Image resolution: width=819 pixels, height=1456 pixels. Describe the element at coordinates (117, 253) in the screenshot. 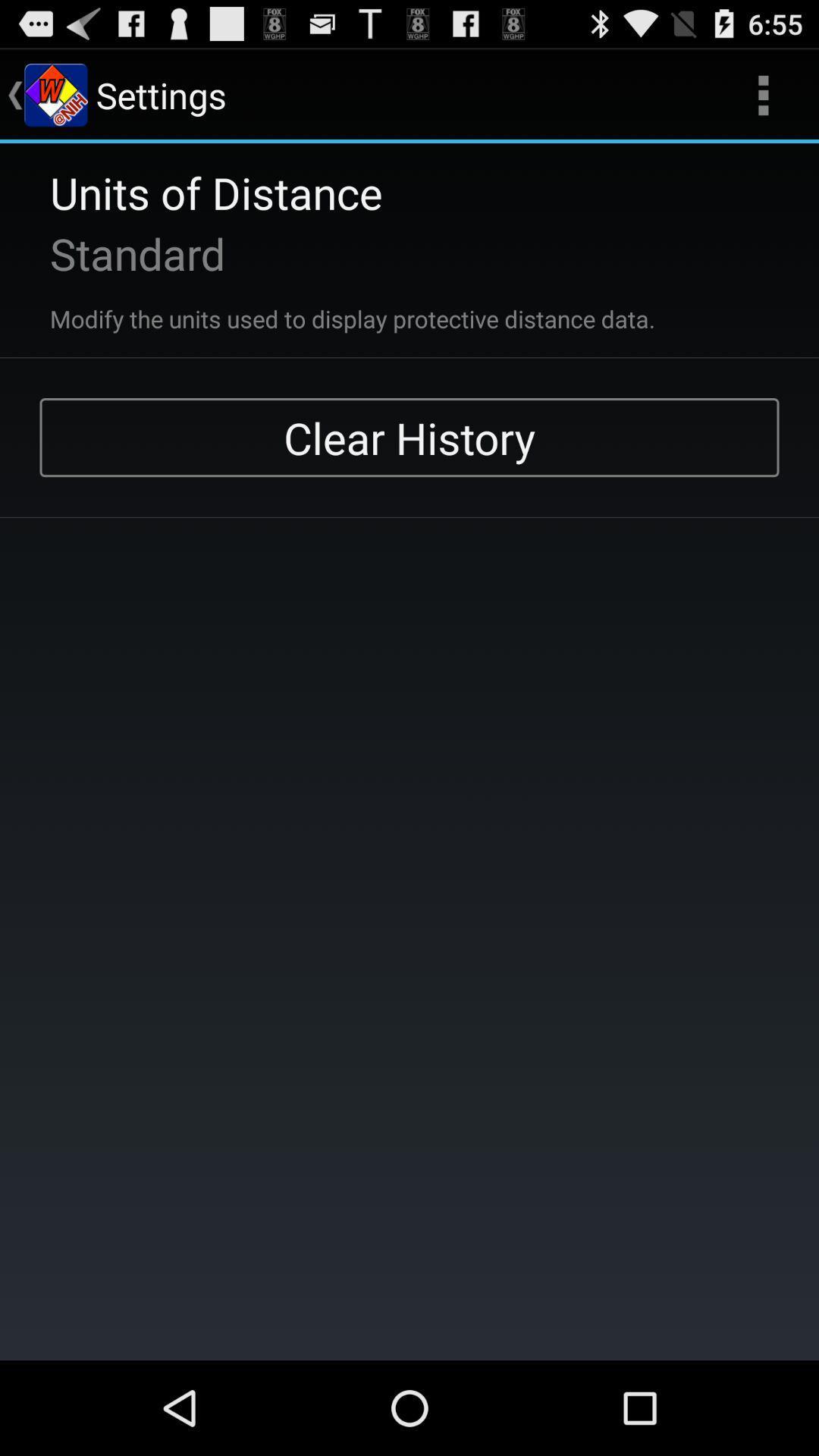

I see `standard` at that location.